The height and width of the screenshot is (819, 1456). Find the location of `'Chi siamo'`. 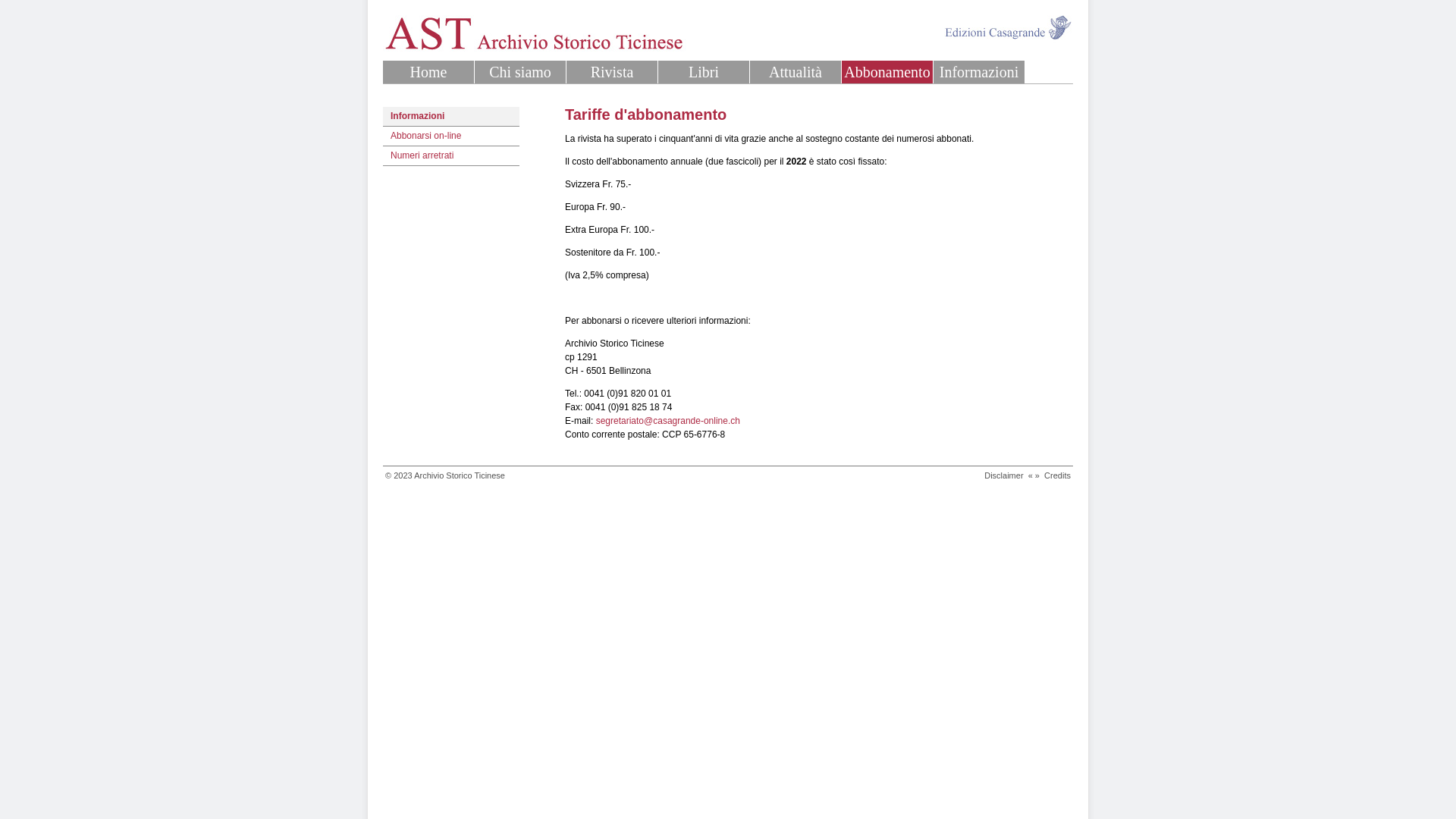

'Chi siamo' is located at coordinates (520, 72).